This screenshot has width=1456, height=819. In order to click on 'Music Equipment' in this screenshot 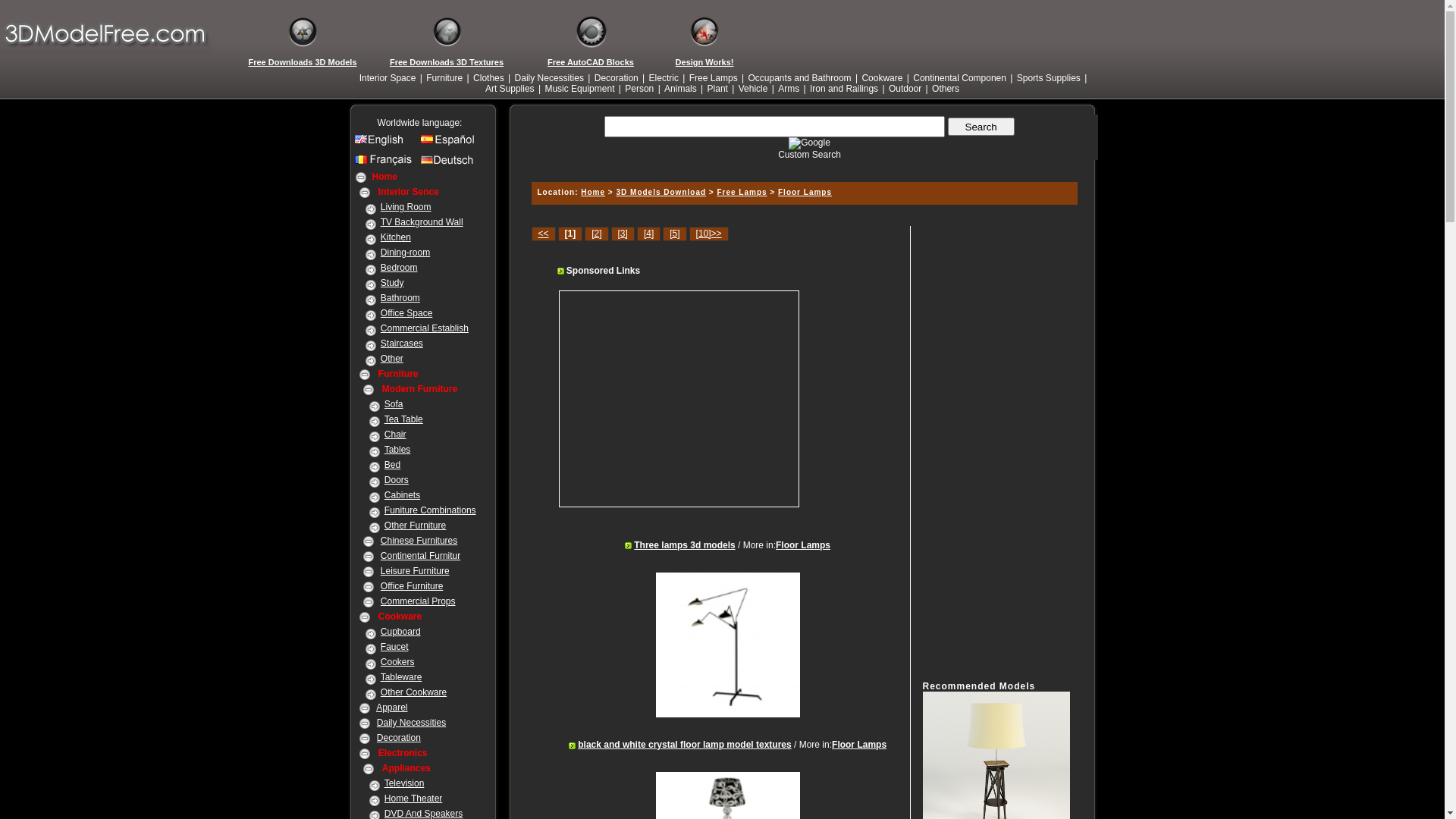, I will do `click(542, 88)`.